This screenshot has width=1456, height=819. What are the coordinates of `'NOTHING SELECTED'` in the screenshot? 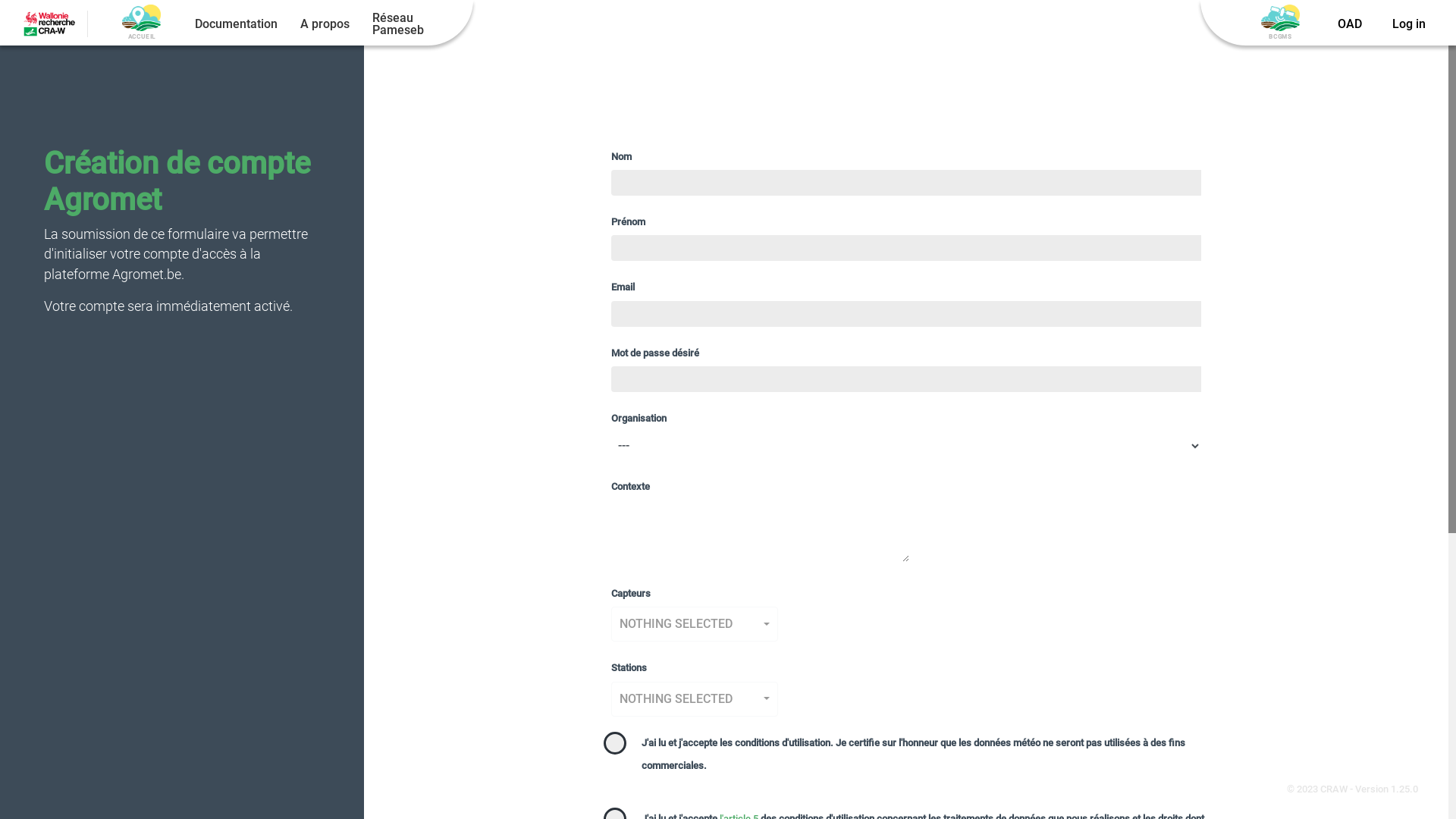 It's located at (694, 698).